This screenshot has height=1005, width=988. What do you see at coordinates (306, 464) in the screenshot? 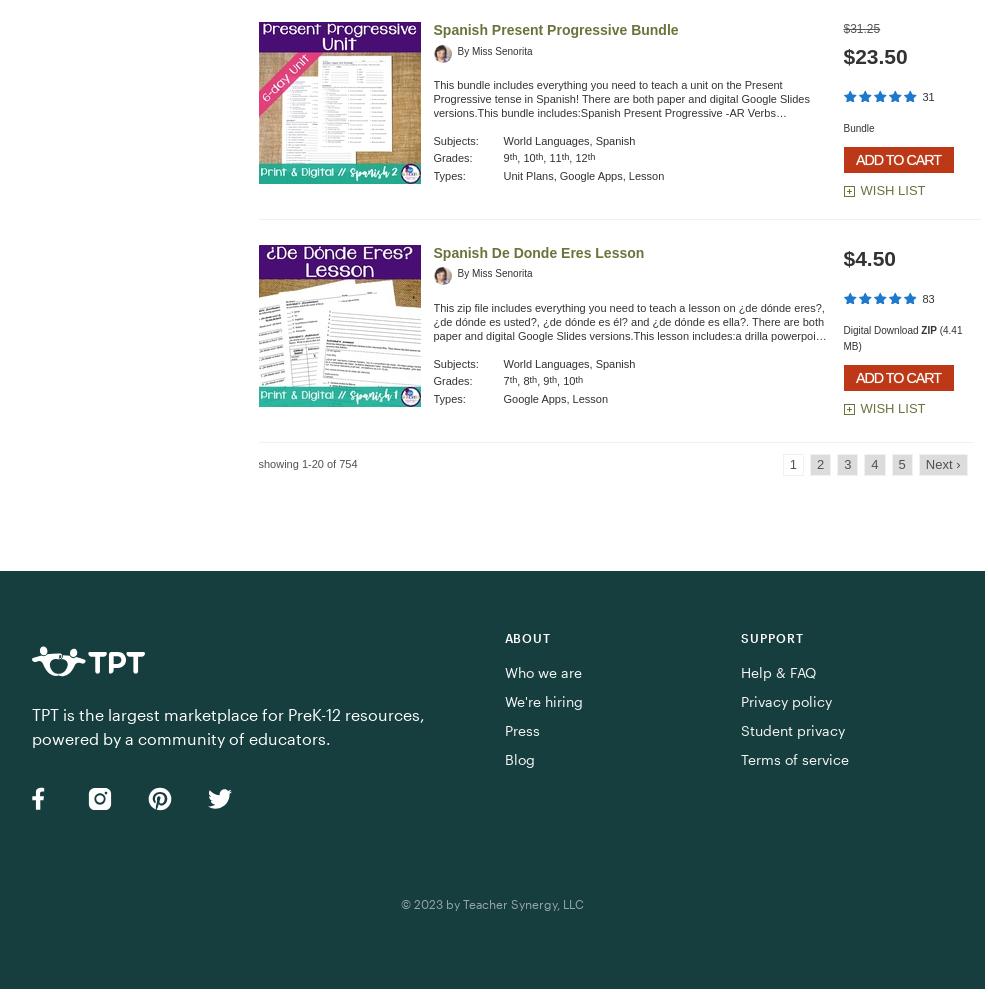
I see `'showing 1-20 of 754'` at bounding box center [306, 464].